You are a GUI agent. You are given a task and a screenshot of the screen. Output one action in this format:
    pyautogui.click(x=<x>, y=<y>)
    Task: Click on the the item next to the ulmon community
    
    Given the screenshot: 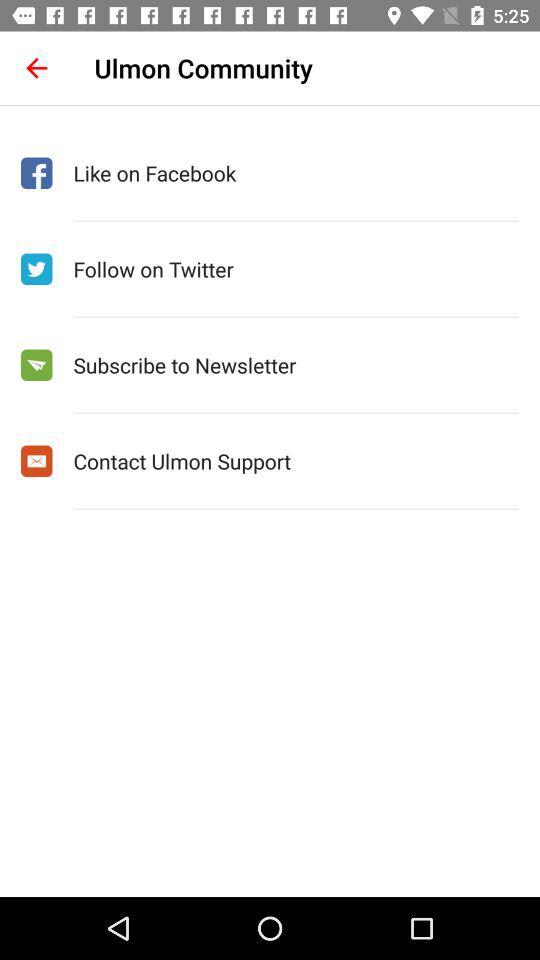 What is the action you would take?
    pyautogui.click(x=36, y=68)
    